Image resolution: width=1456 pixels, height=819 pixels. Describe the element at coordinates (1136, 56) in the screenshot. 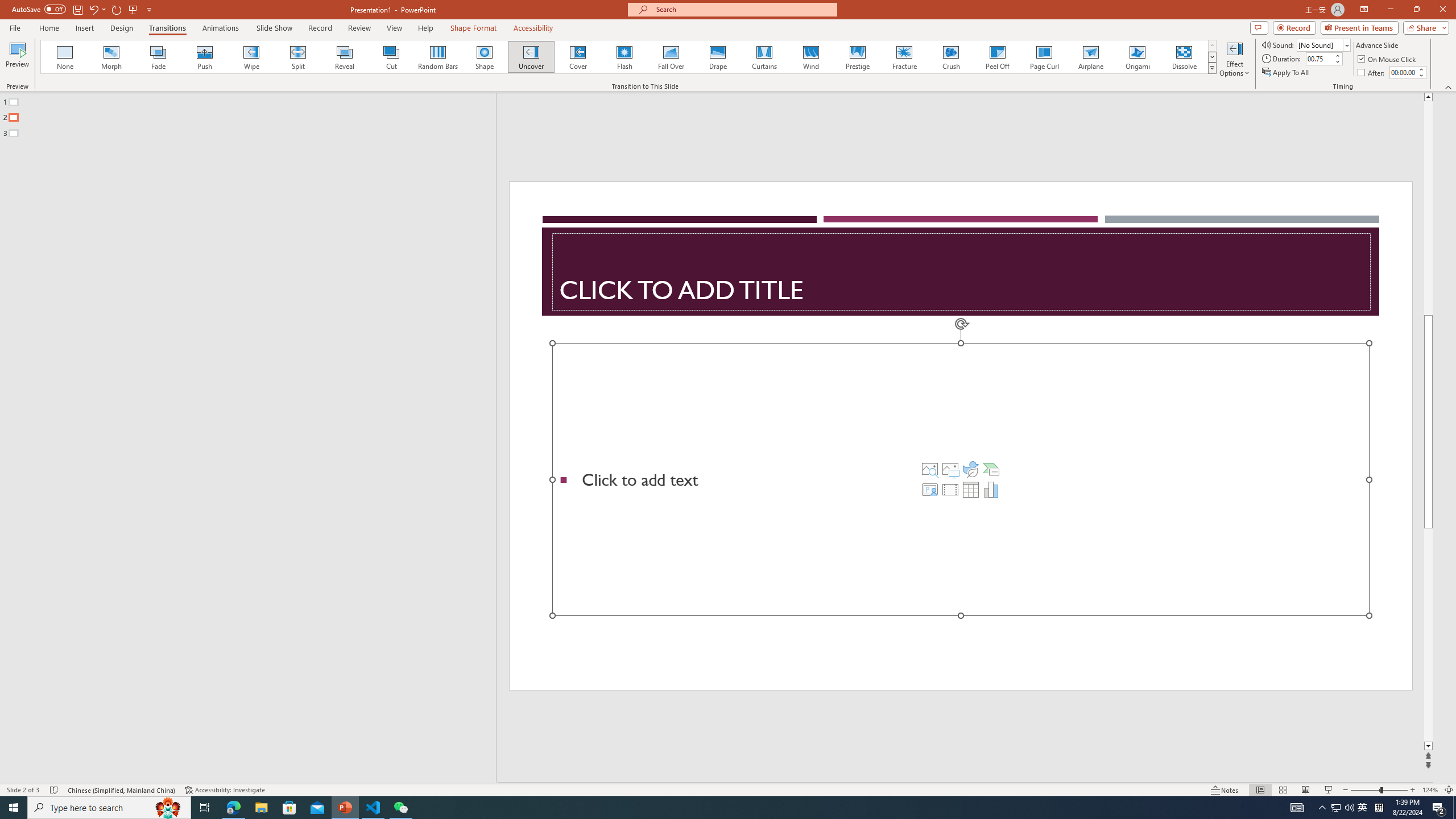

I see `'Origami'` at that location.